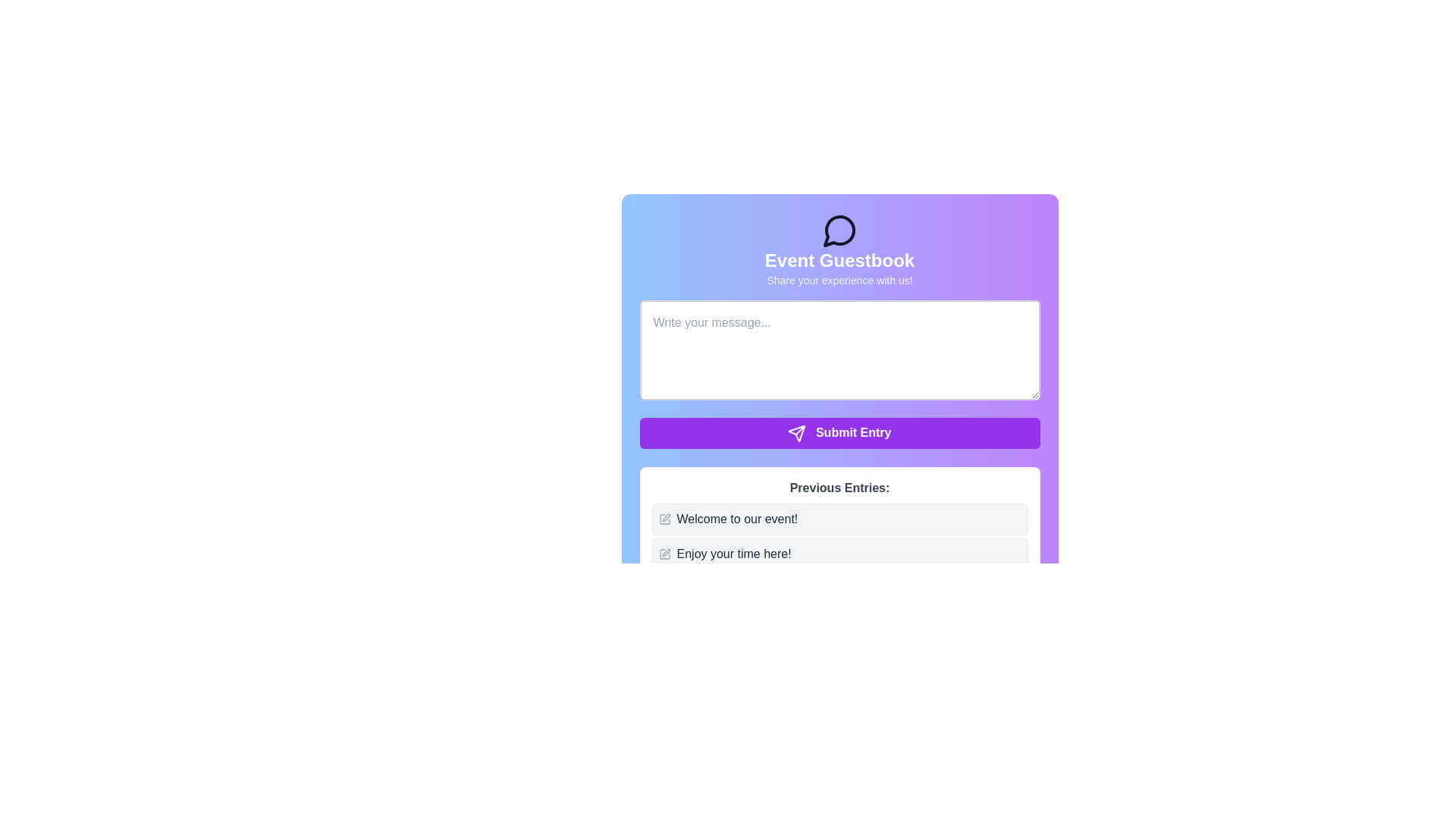 The width and height of the screenshot is (1456, 819). I want to click on the paper plane icon positioned inside the 'Submit Entry' button, which features a purple background and white strokes, so click(796, 433).